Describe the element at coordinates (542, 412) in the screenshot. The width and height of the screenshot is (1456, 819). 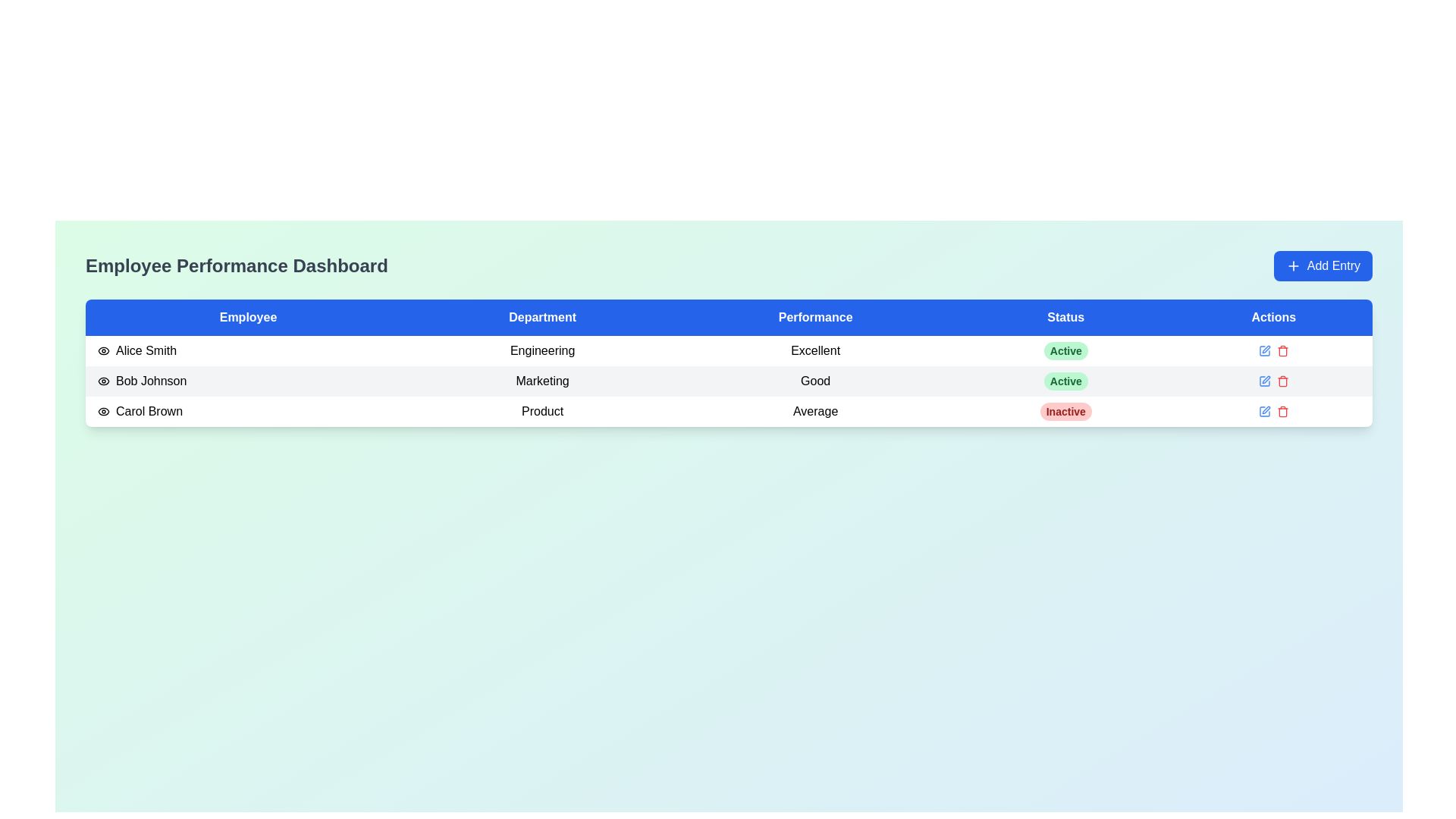
I see `text content of the informational label indicating the department associated with the individual in the third row of the table, under the 'Department' column` at that location.